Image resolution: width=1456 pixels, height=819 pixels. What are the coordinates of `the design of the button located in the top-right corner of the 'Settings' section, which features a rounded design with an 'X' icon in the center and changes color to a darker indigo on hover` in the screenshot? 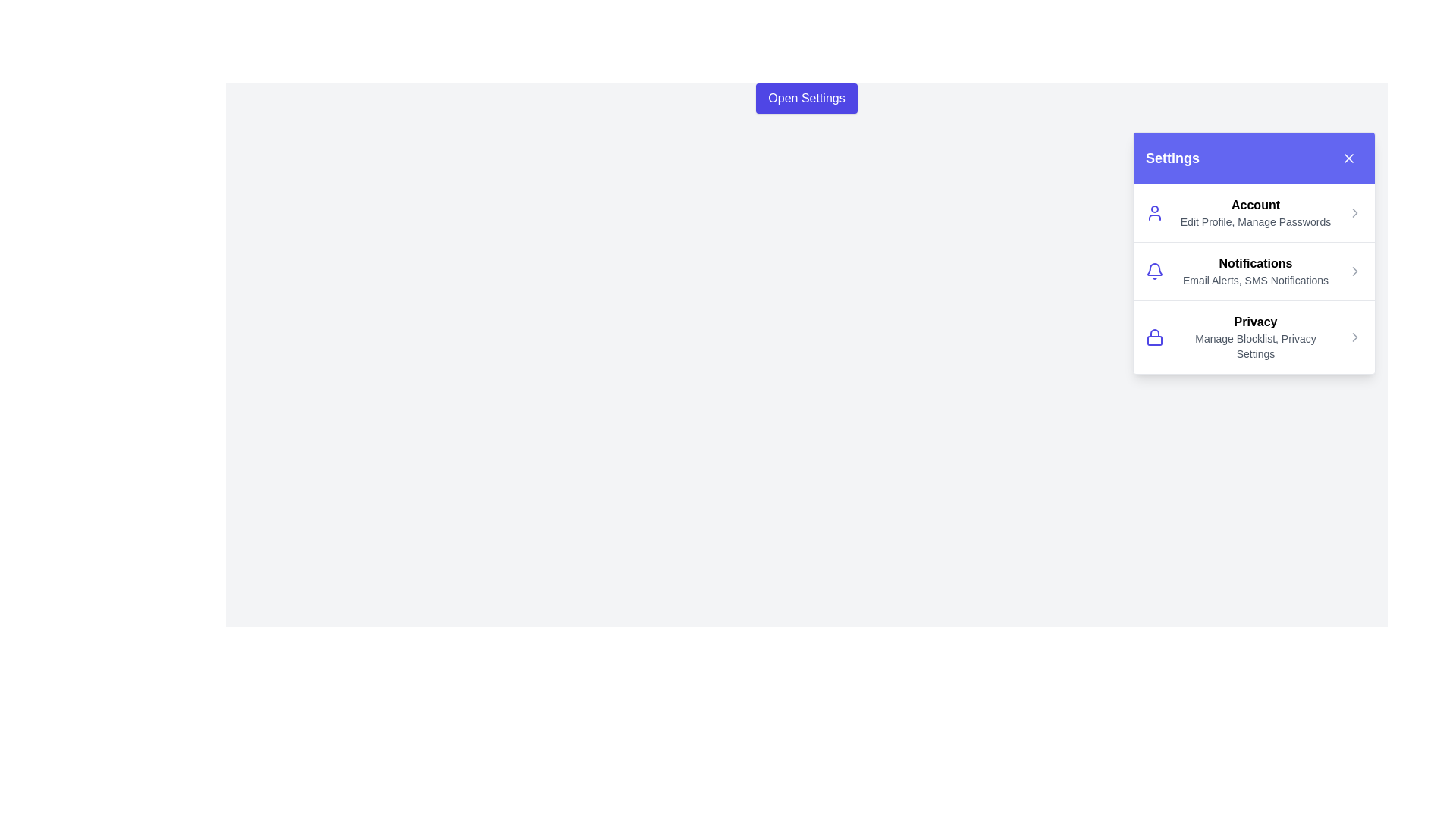 It's located at (1349, 158).